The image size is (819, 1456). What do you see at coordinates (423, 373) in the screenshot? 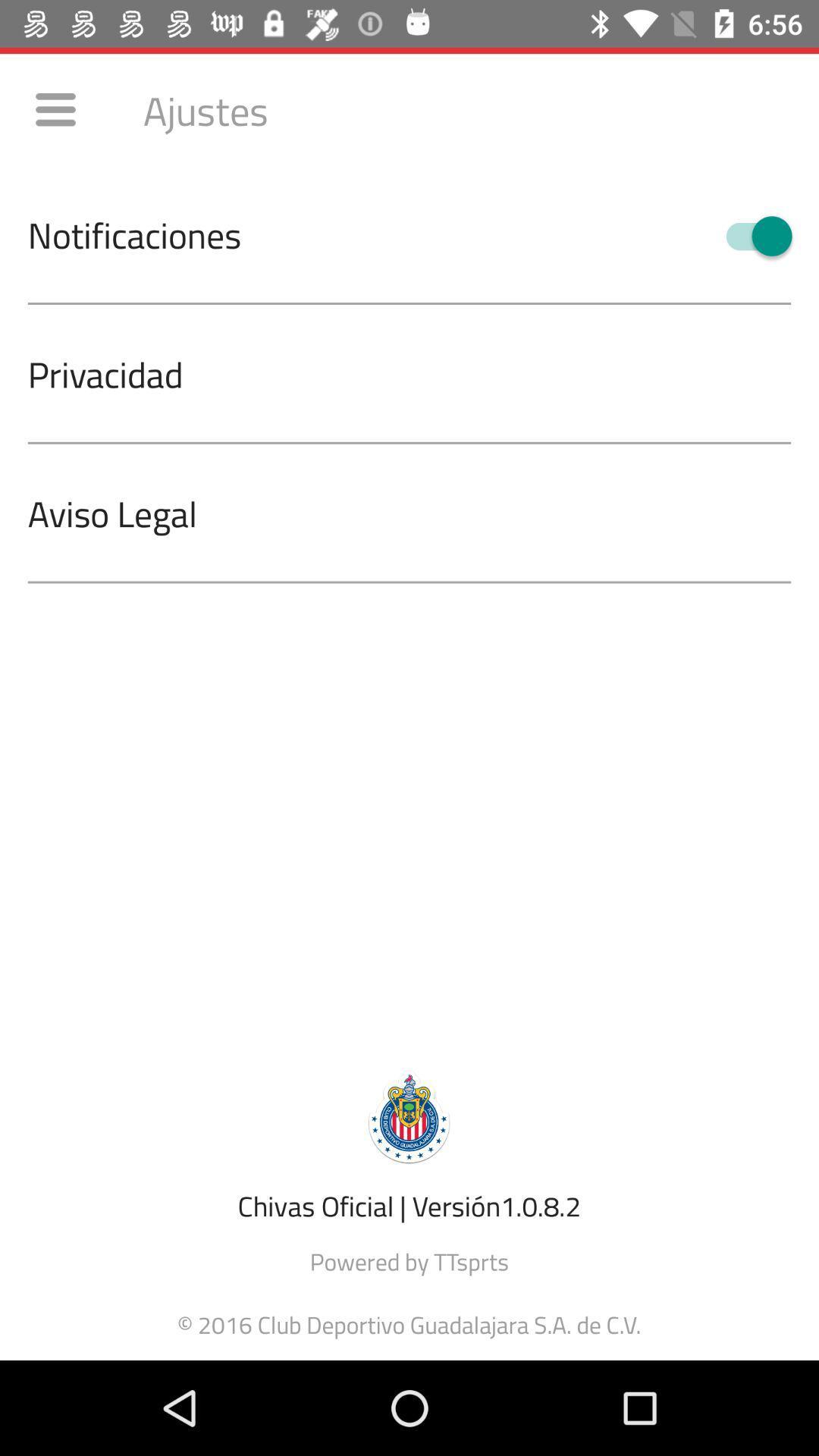
I see `privacidad icon` at bounding box center [423, 373].